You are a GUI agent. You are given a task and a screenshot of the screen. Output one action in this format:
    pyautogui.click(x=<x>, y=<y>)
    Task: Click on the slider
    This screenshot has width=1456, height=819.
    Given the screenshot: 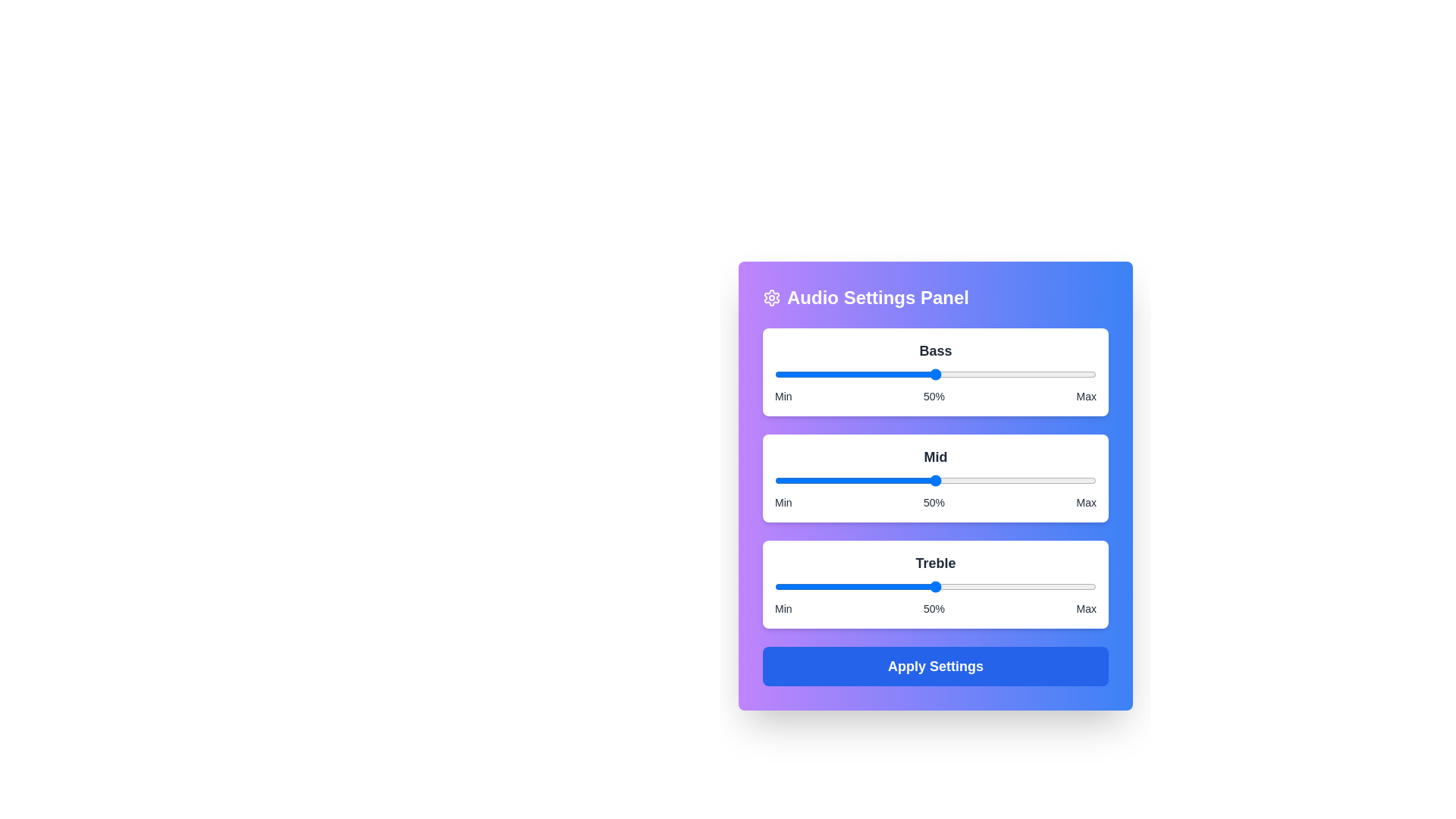 What is the action you would take?
    pyautogui.click(x=825, y=480)
    